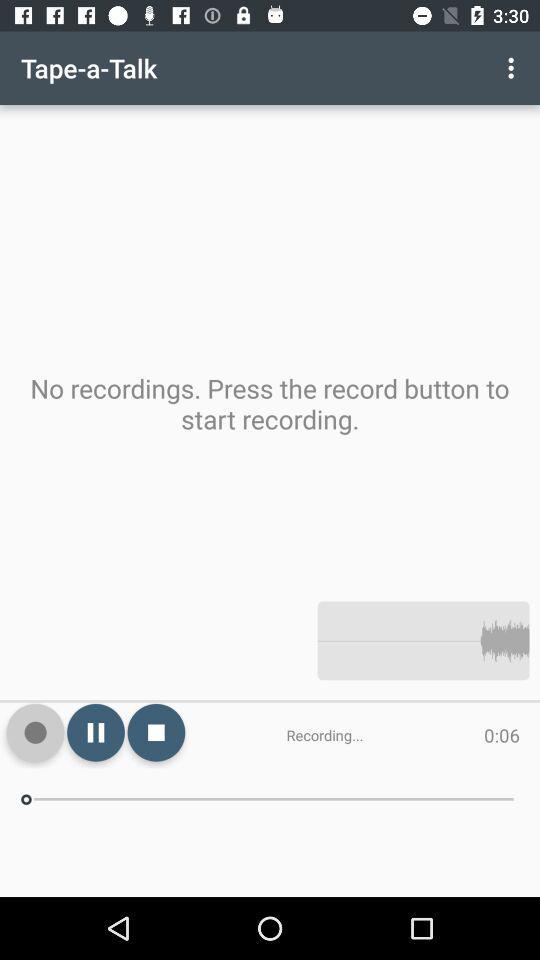 The image size is (540, 960). What do you see at coordinates (513, 68) in the screenshot?
I see `the icon next to tape-a-talk item` at bounding box center [513, 68].